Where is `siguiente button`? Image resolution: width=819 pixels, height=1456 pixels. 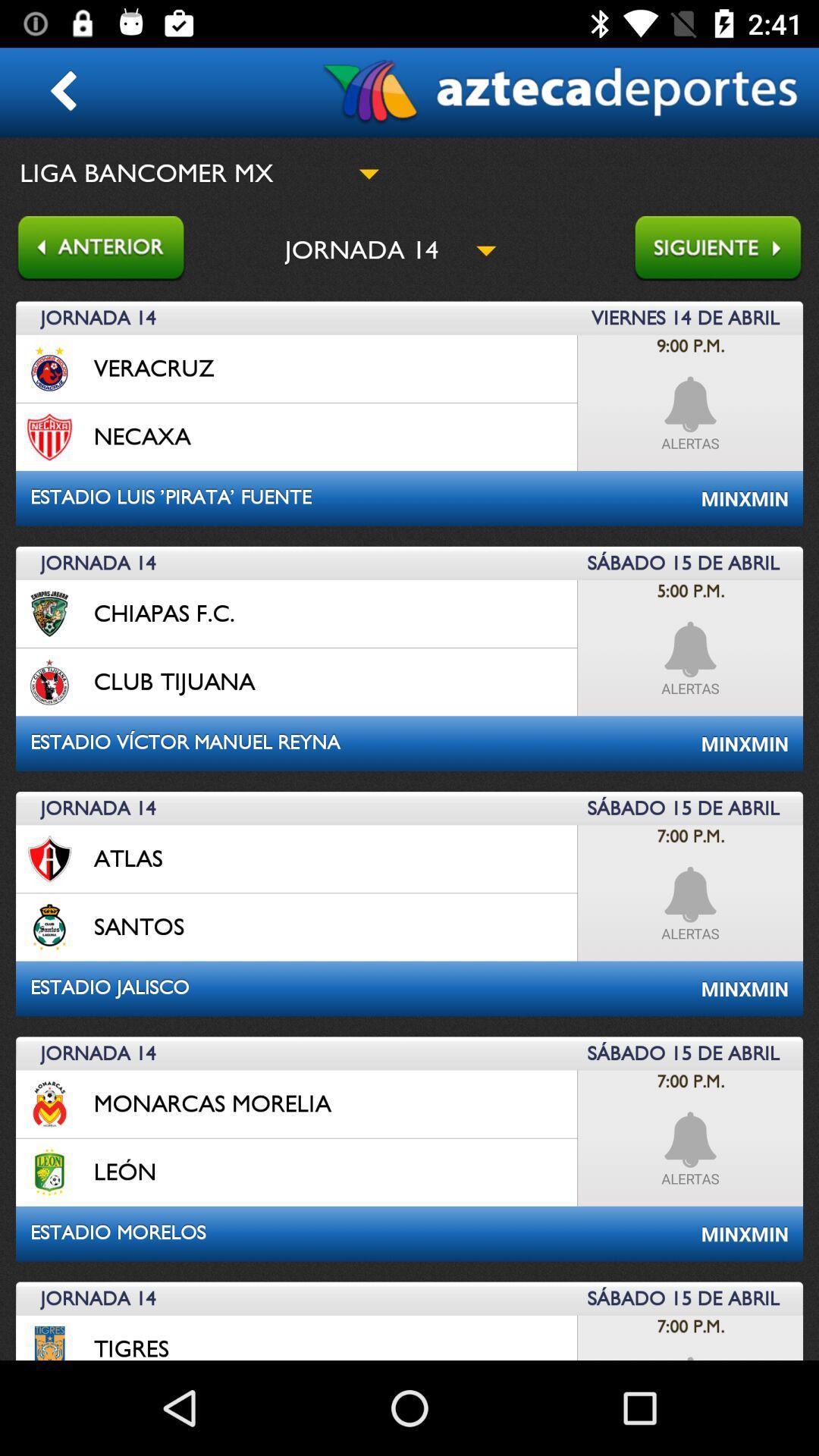
siguiente button is located at coordinates (725, 249).